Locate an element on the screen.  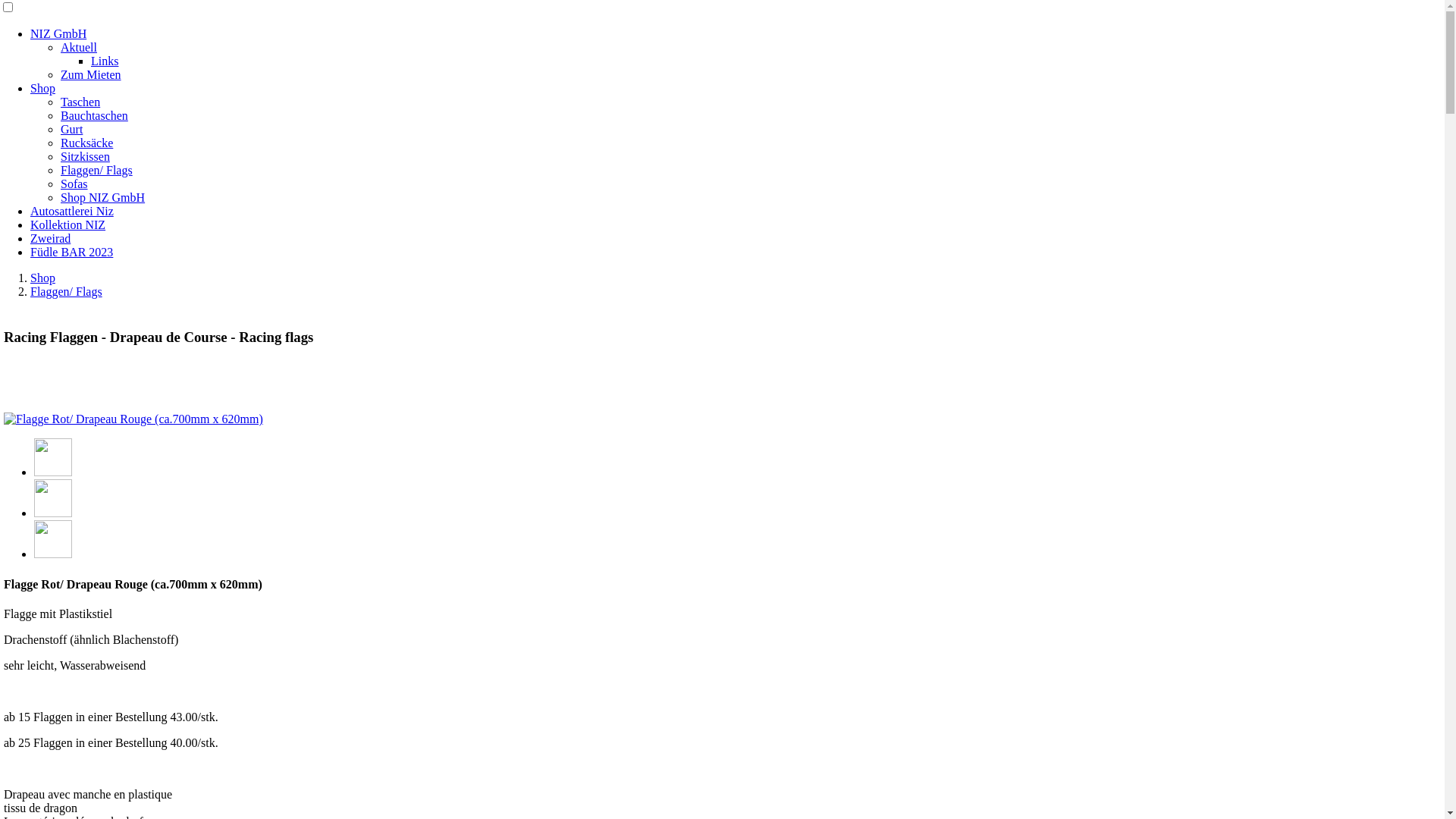
'Kollektion NIZ' is located at coordinates (67, 224).